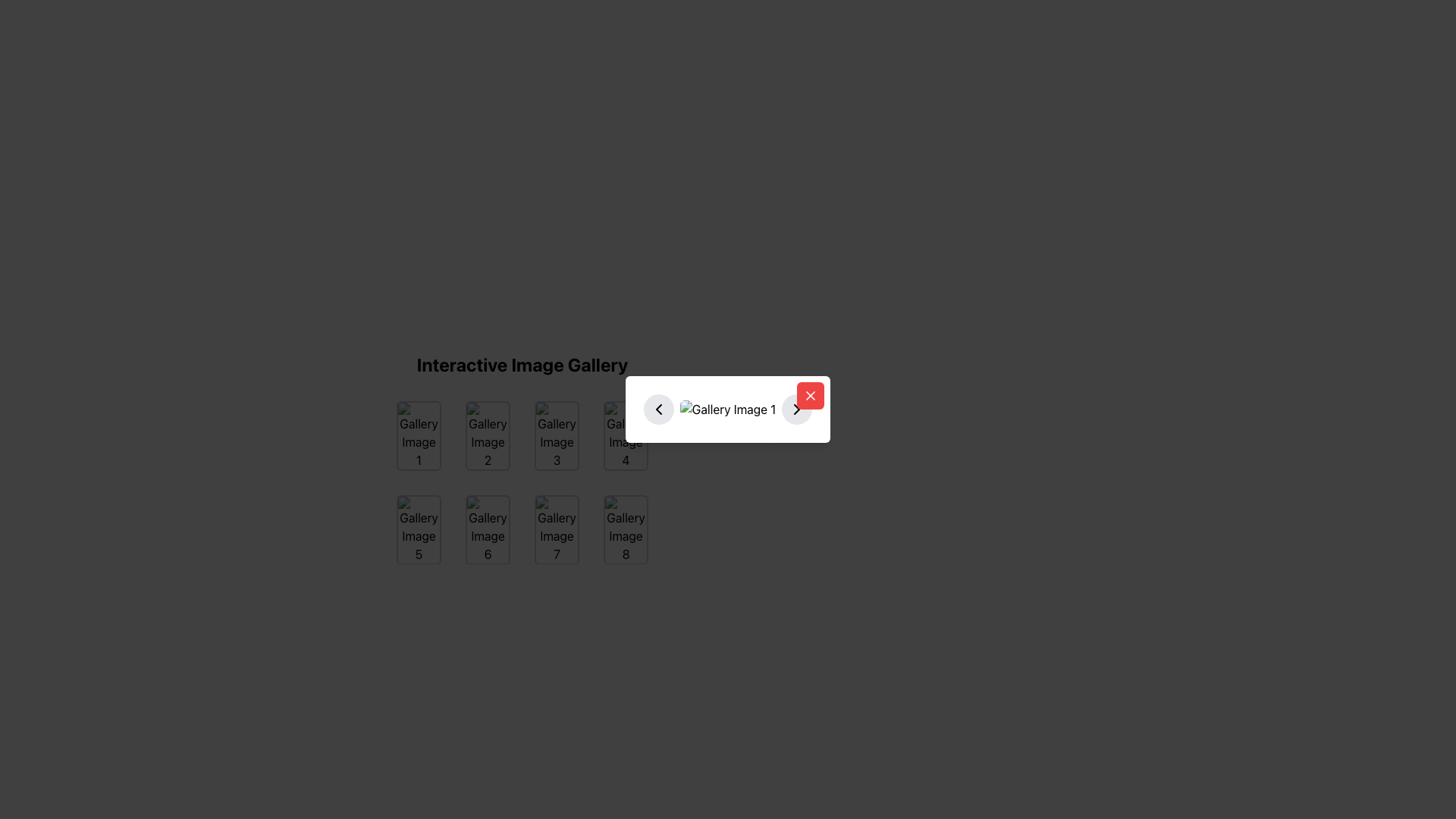 The height and width of the screenshot is (819, 1456). Describe the element at coordinates (796, 409) in the screenshot. I see `the chevron arrow icon located within a circular button on the right side of the dialog box in the image gallery interface` at that location.